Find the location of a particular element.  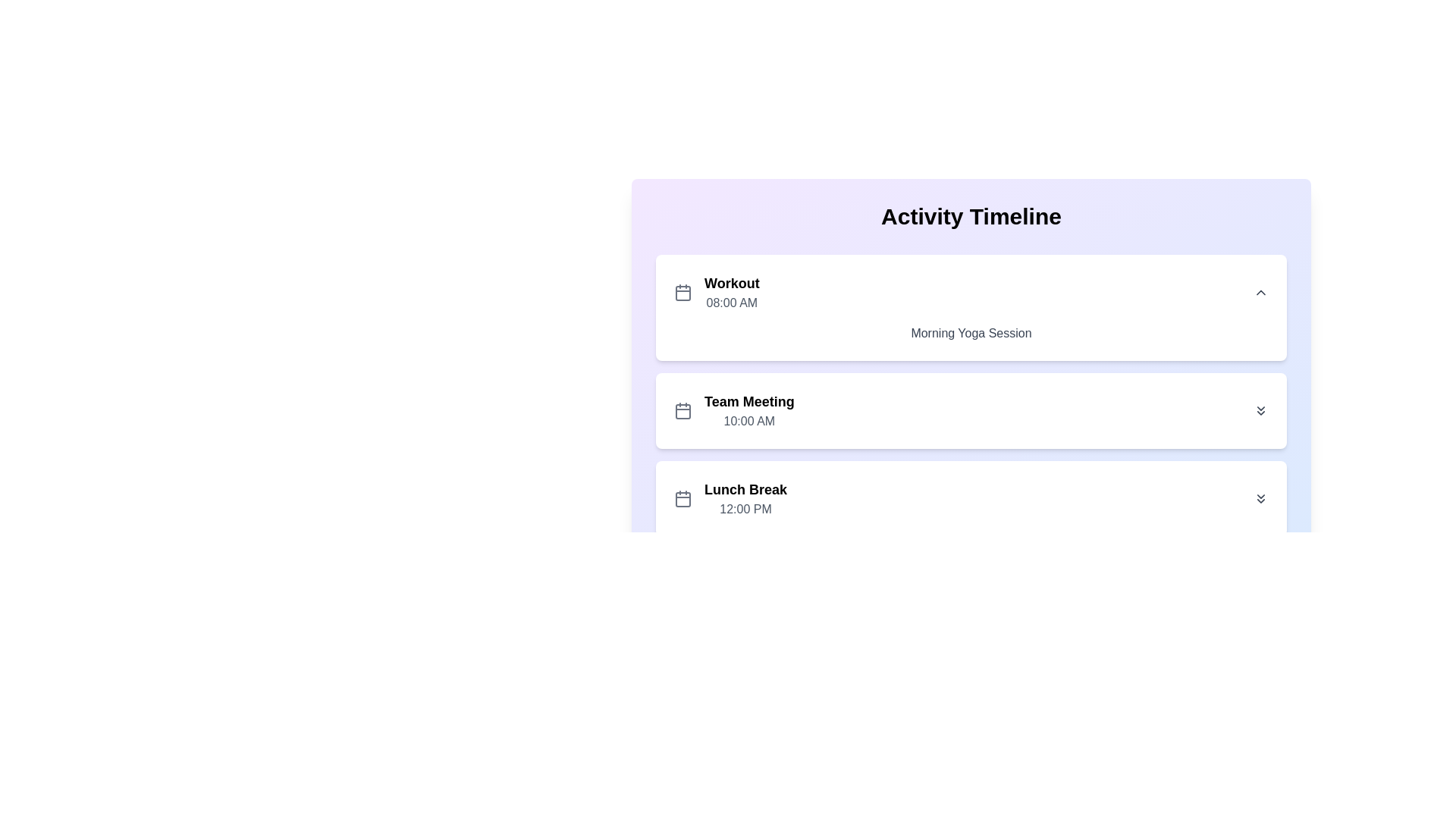

the 'Lunch Break' event label displaying the time '12:00 PM', which is the third entry in the vertical list under the 'Activity Timeline' section is located at coordinates (745, 499).